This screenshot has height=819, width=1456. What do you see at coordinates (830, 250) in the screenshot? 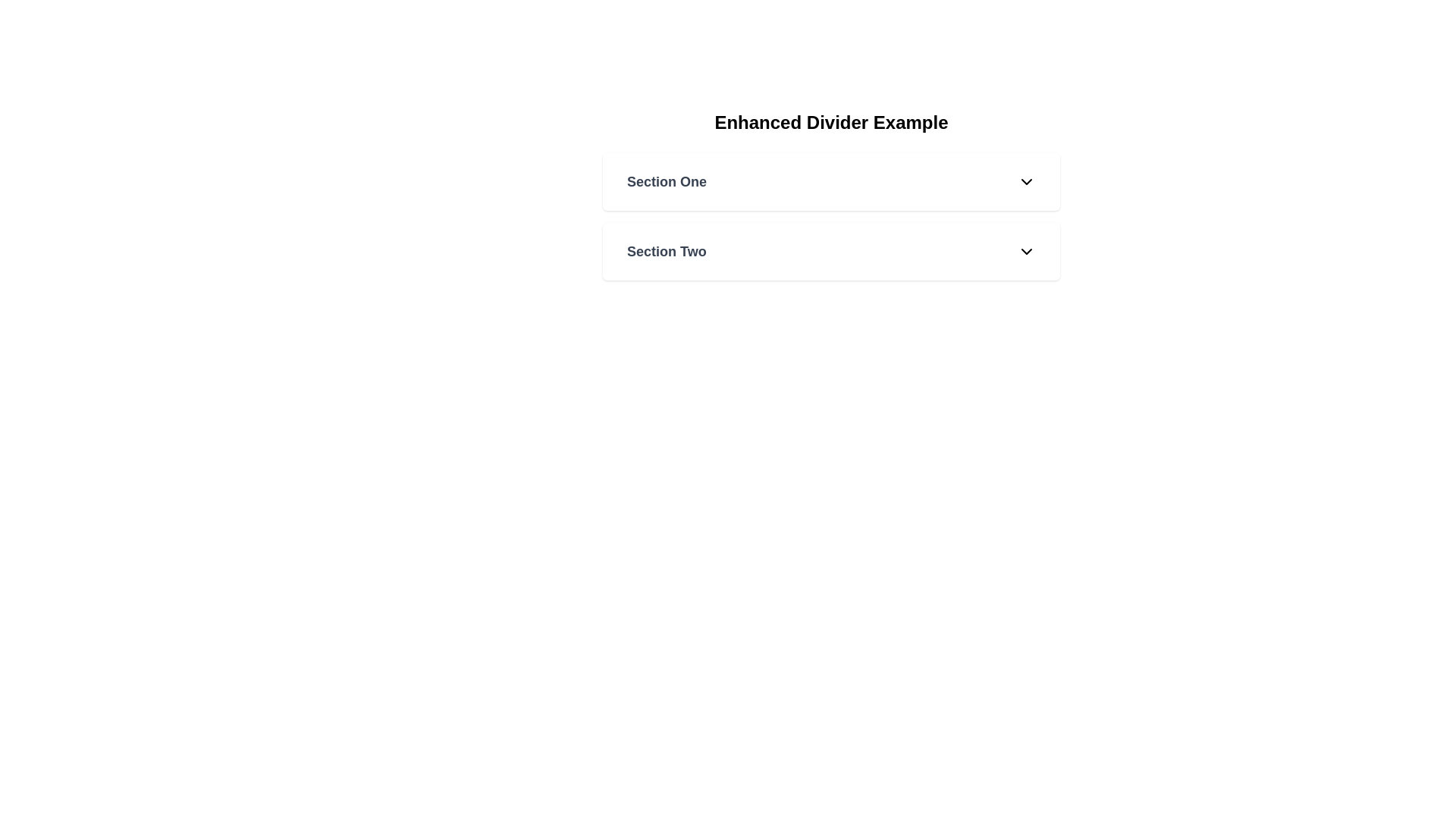
I see `the collapsible section header labeled 'Section Two' to prepare for interaction` at bounding box center [830, 250].